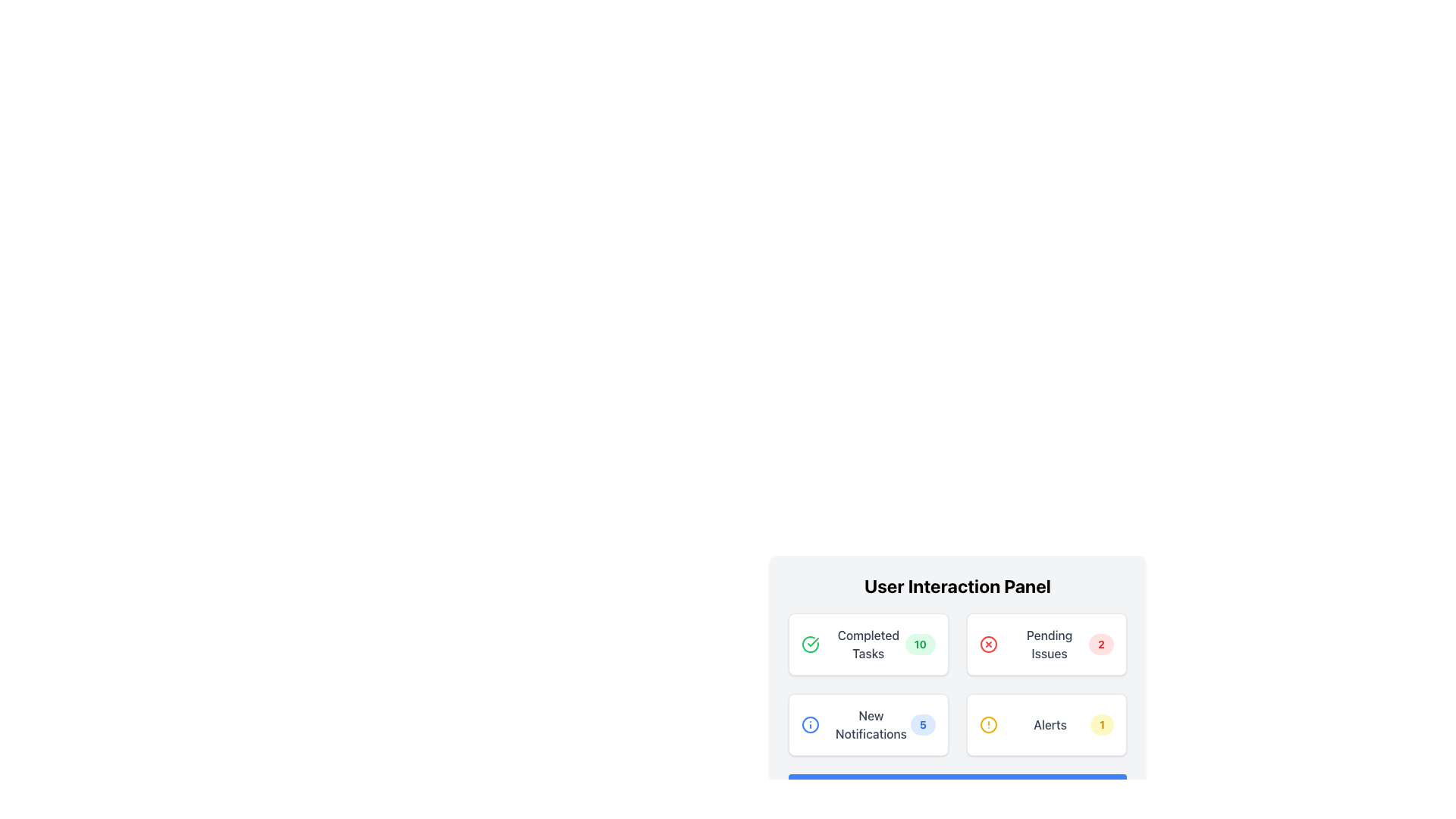  I want to click on the number displayed on the Notification Badge located at the top-right corner of the 'Alerts' card in the bottom-right box of the grid of four cards, so click(1102, 724).